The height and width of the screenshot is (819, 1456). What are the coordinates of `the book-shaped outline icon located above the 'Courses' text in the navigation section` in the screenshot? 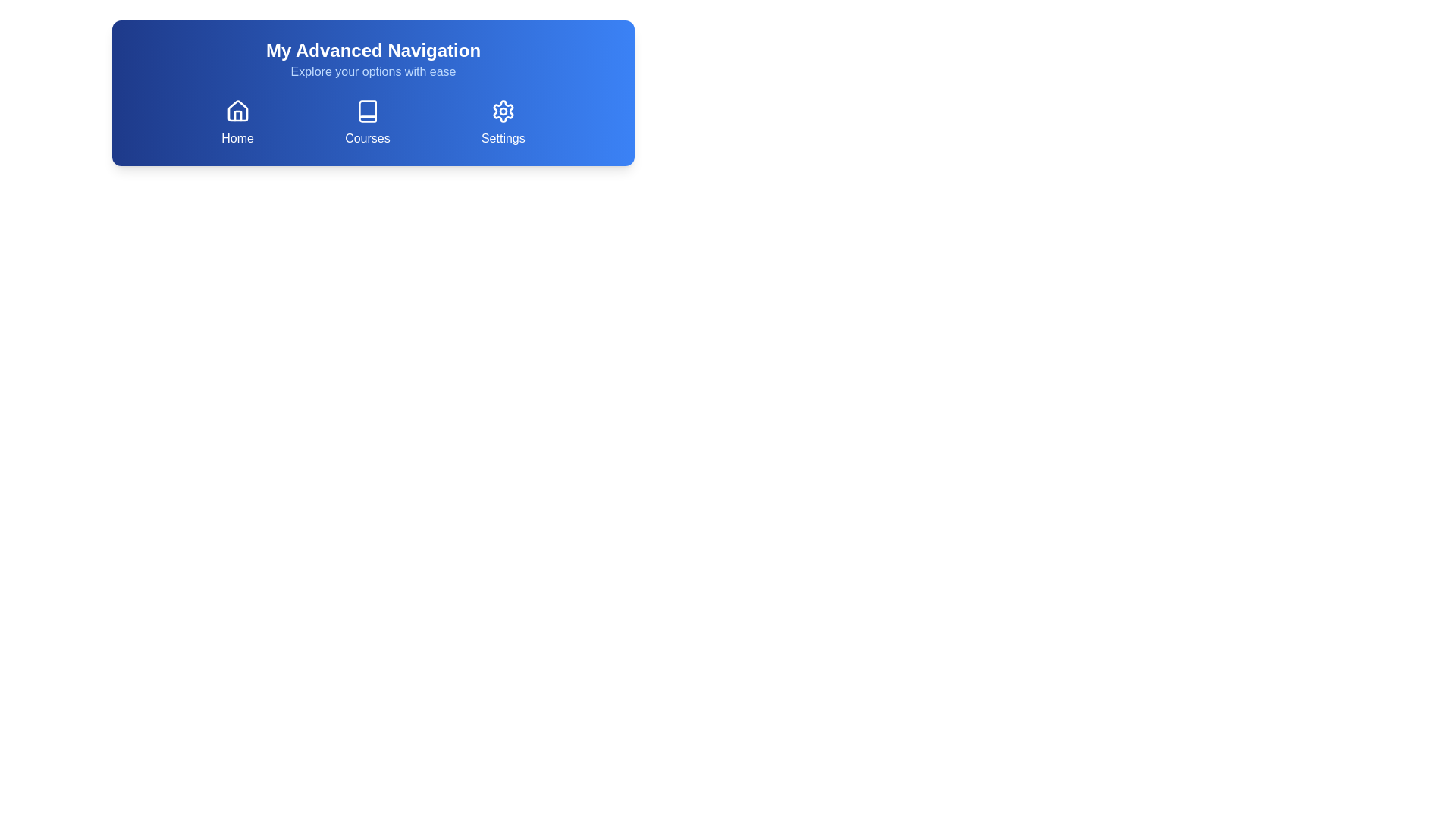 It's located at (367, 110).